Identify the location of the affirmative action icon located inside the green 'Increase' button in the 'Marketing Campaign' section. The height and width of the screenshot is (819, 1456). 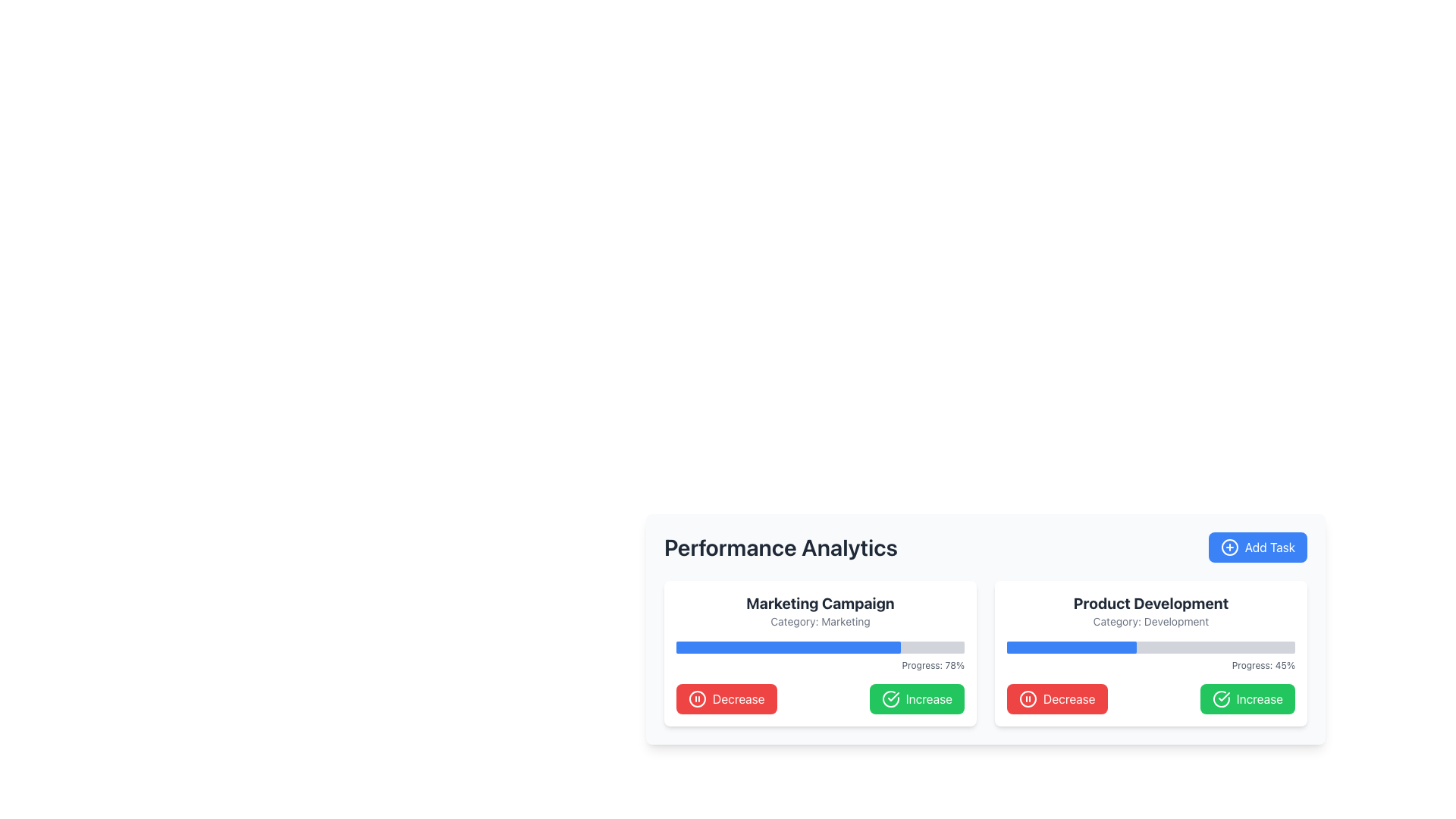
(893, 696).